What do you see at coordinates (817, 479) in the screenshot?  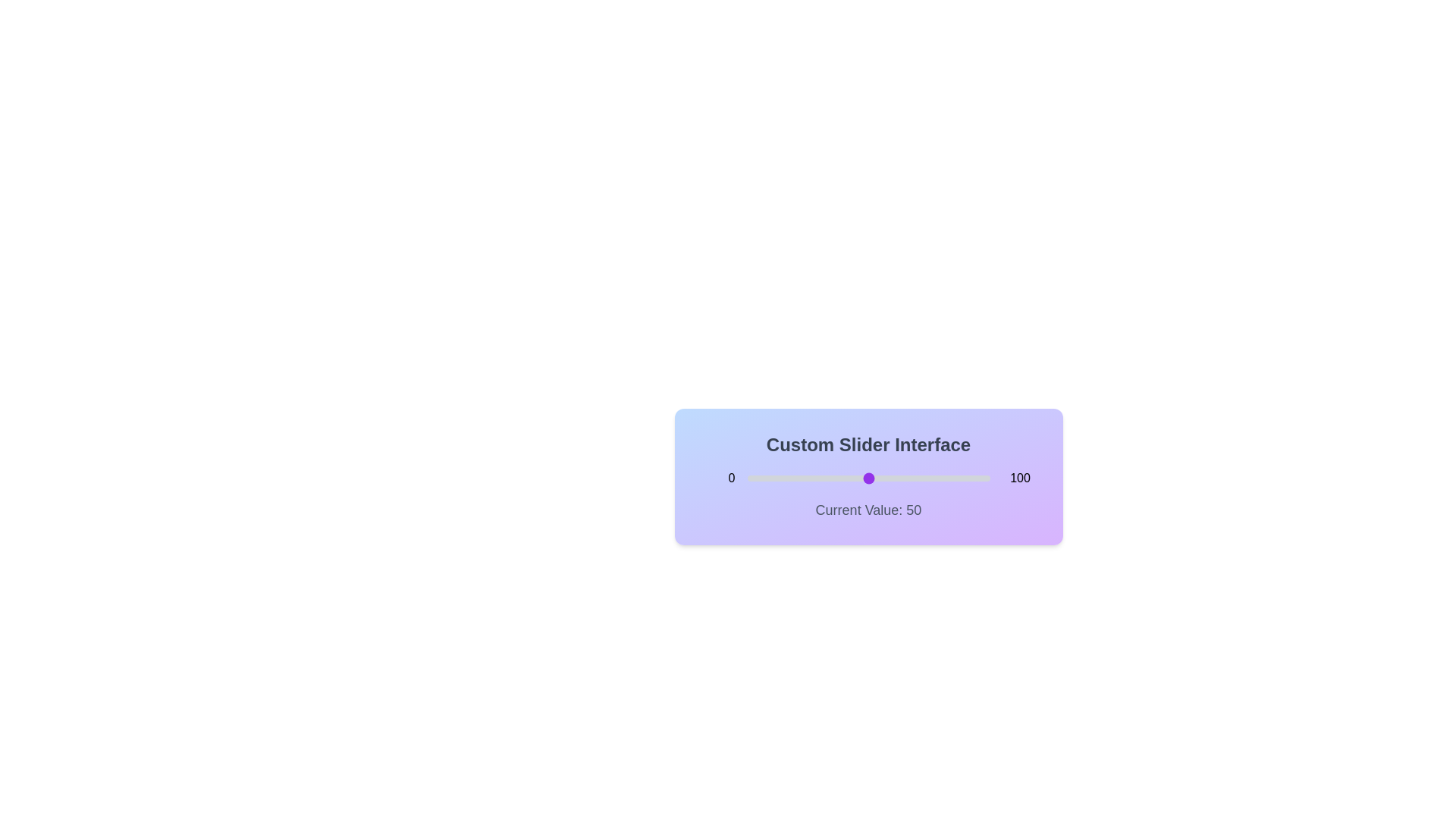 I see `the slider to set its value to 29` at bounding box center [817, 479].